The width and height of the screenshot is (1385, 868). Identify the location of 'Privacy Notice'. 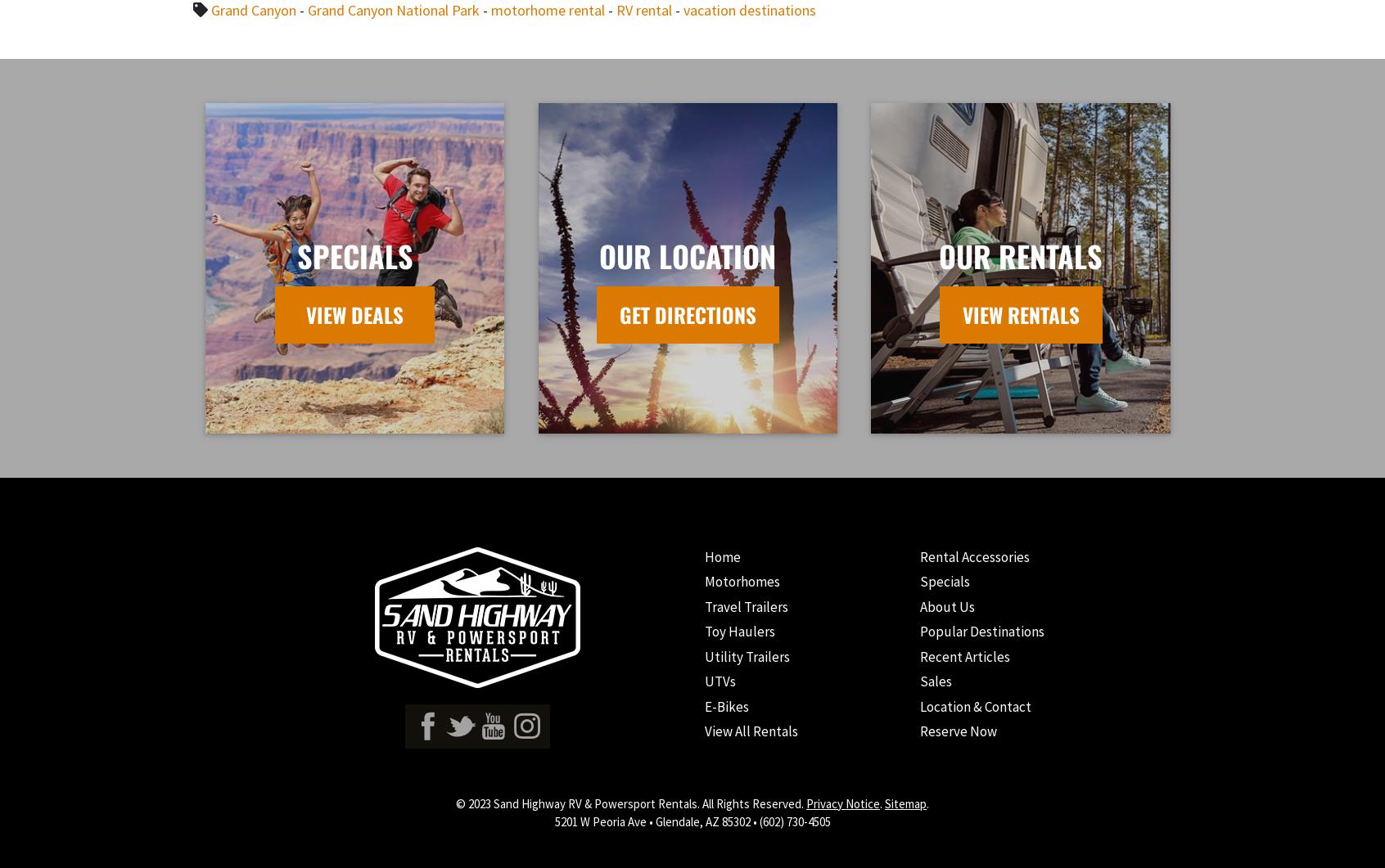
(806, 802).